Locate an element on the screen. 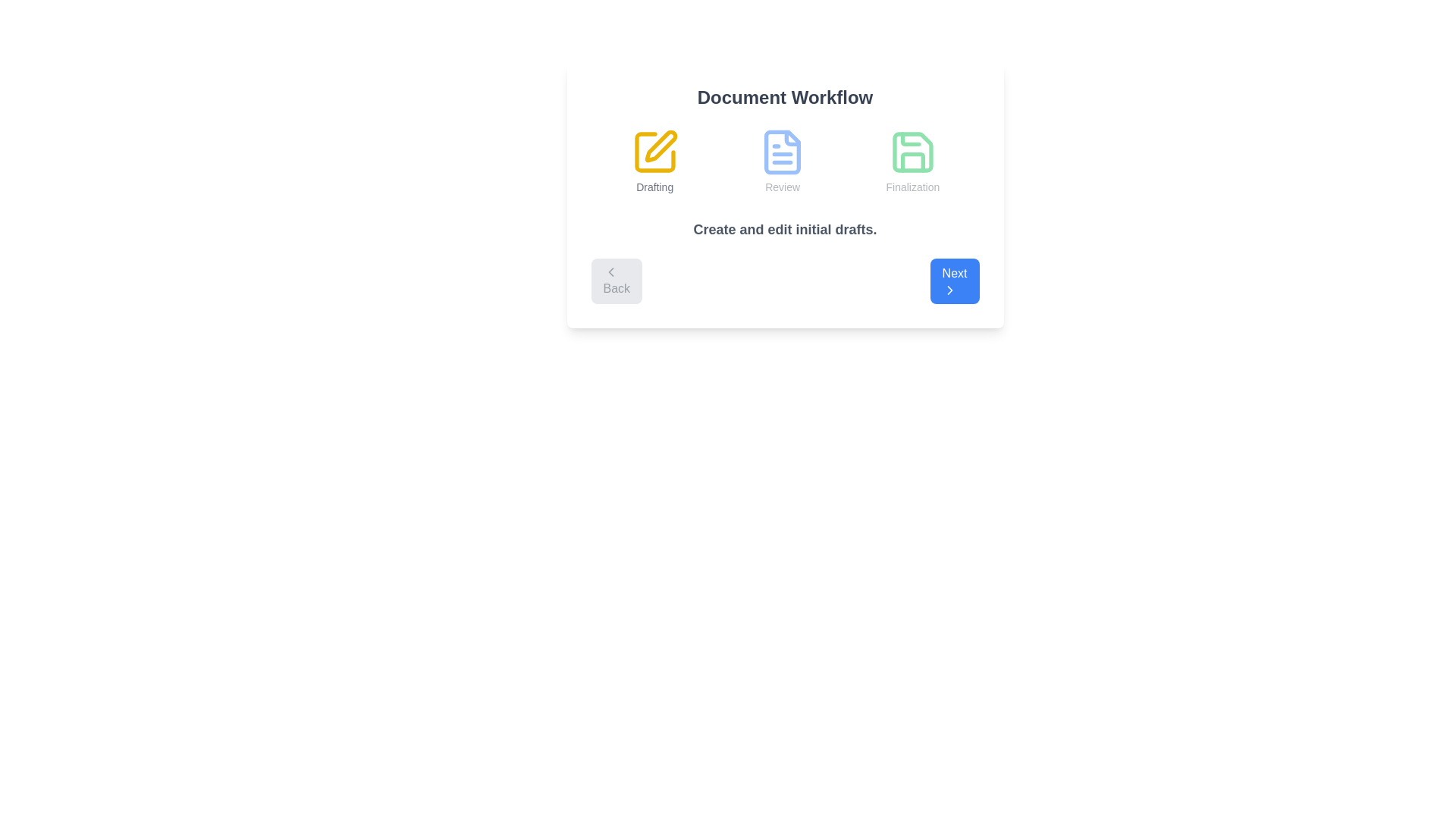 Image resolution: width=1456 pixels, height=819 pixels. the curved line representing the folded corner of the file symbol in the SVG graphic, located at the top-right corner underneath the 'Review' label is located at coordinates (792, 138).